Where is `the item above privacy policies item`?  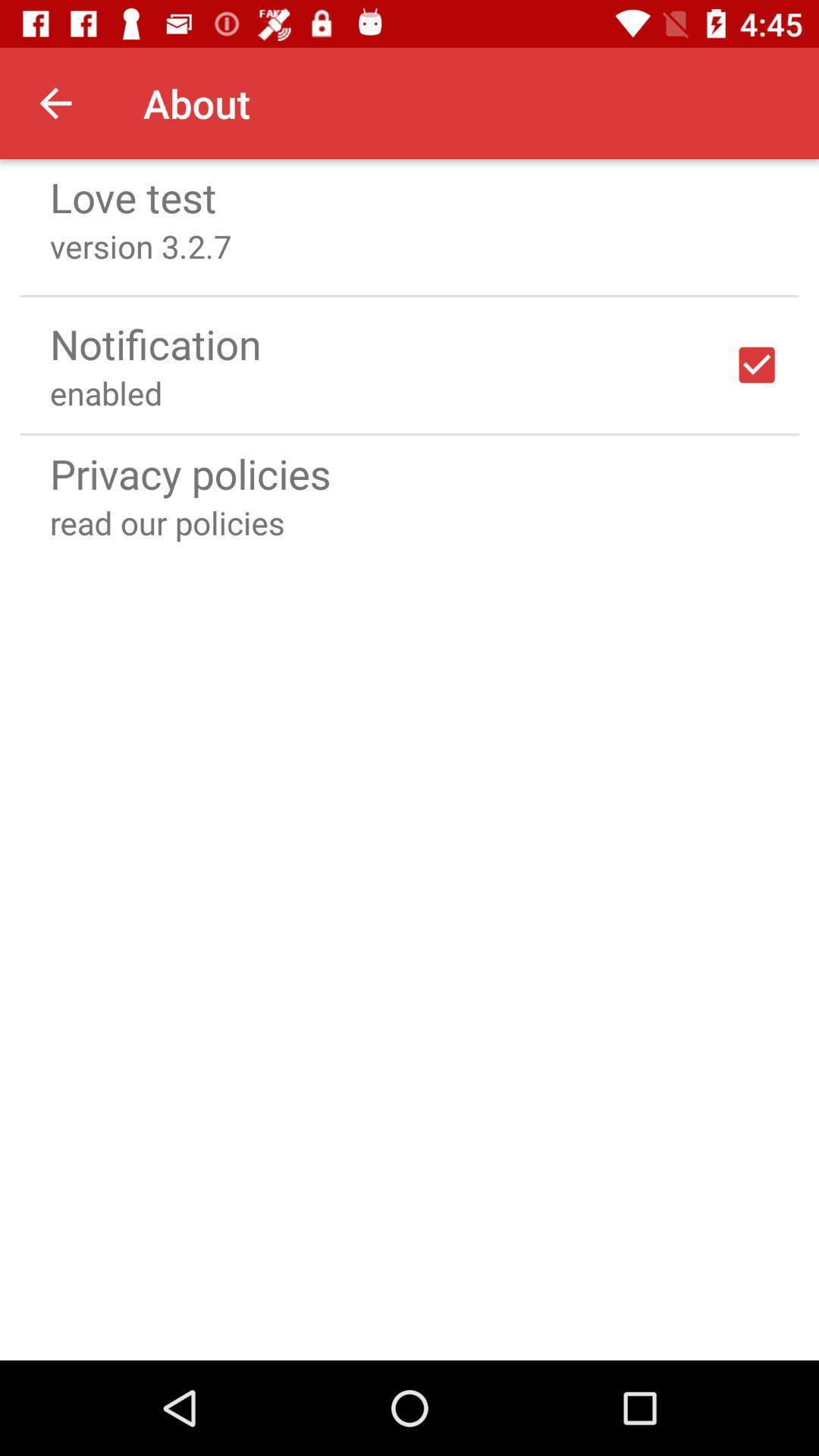
the item above privacy policies item is located at coordinates (409, 433).